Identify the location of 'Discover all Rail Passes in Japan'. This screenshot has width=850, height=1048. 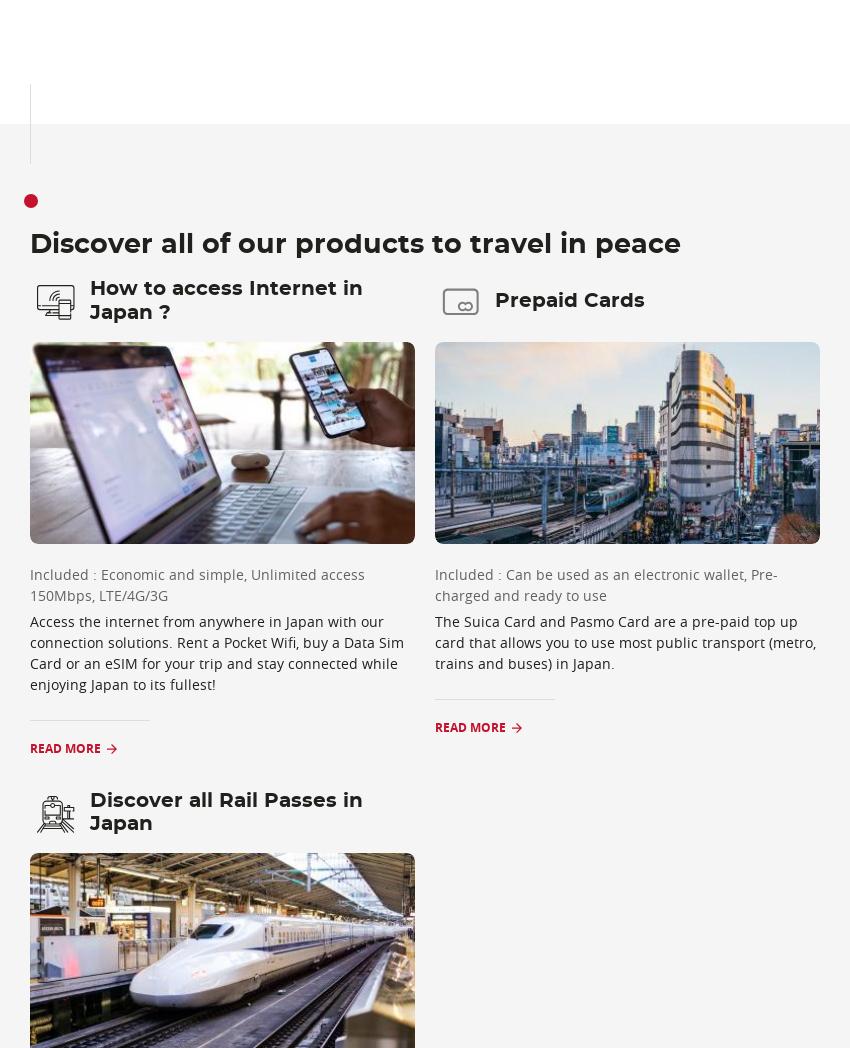
(226, 810).